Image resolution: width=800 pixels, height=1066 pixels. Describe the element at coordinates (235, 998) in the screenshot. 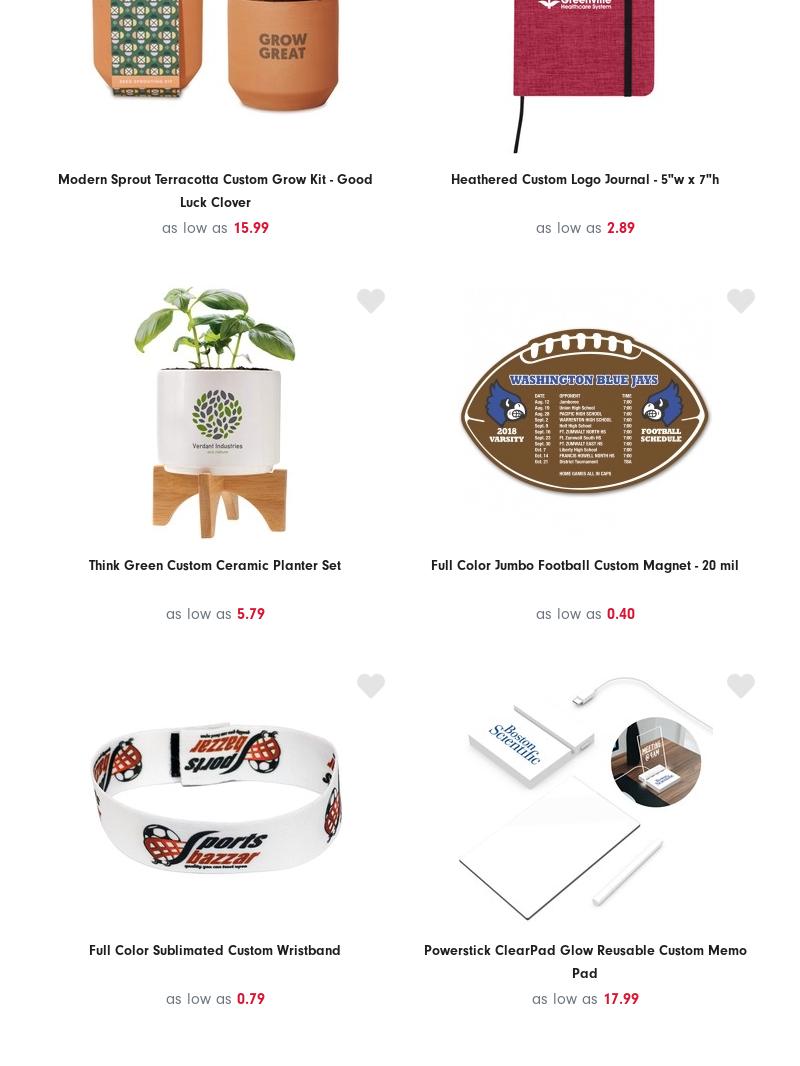

I see `'0.79'` at that location.